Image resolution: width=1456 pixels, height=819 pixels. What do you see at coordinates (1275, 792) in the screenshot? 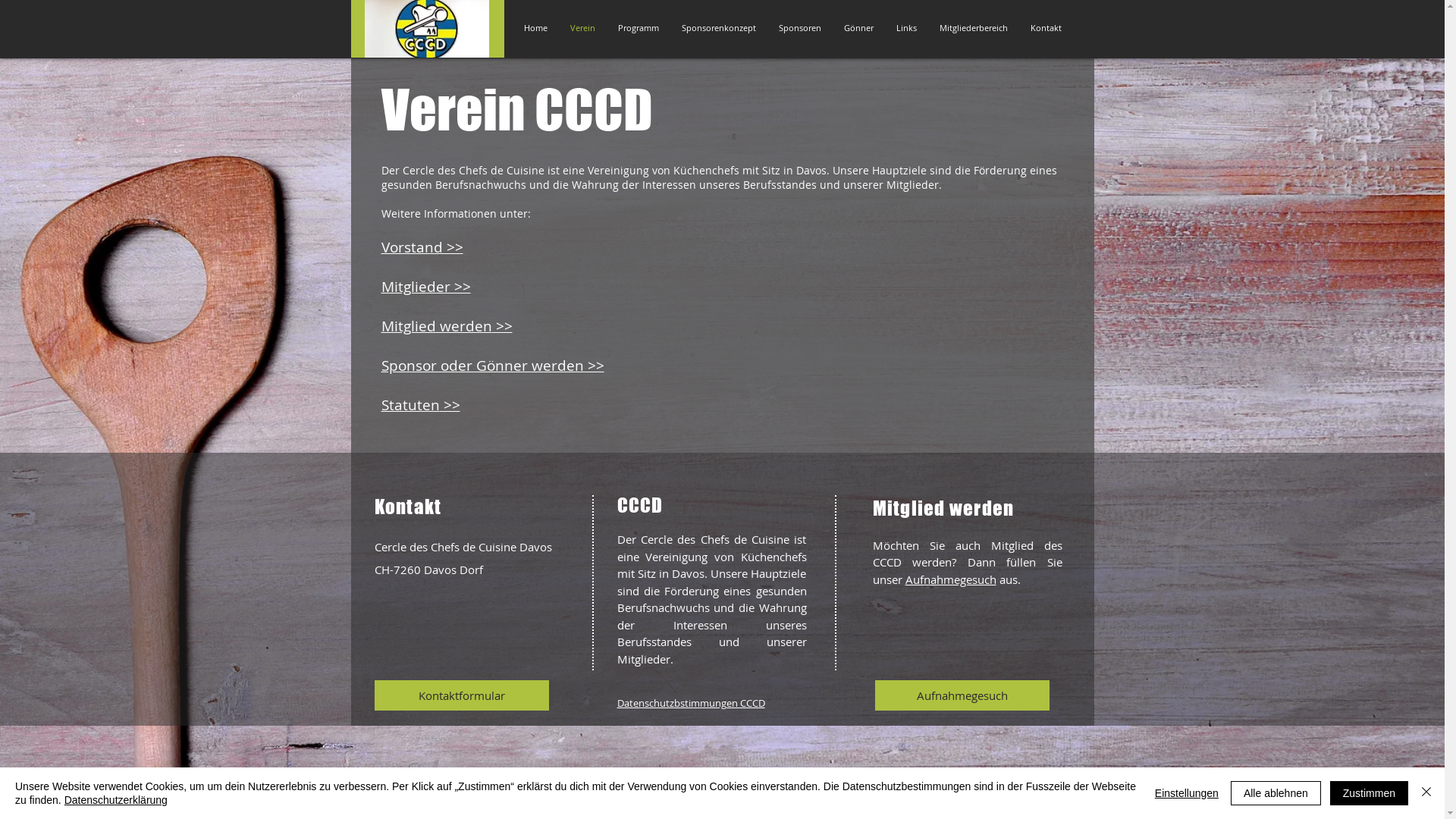
I see `'Alle ablehnen'` at bounding box center [1275, 792].